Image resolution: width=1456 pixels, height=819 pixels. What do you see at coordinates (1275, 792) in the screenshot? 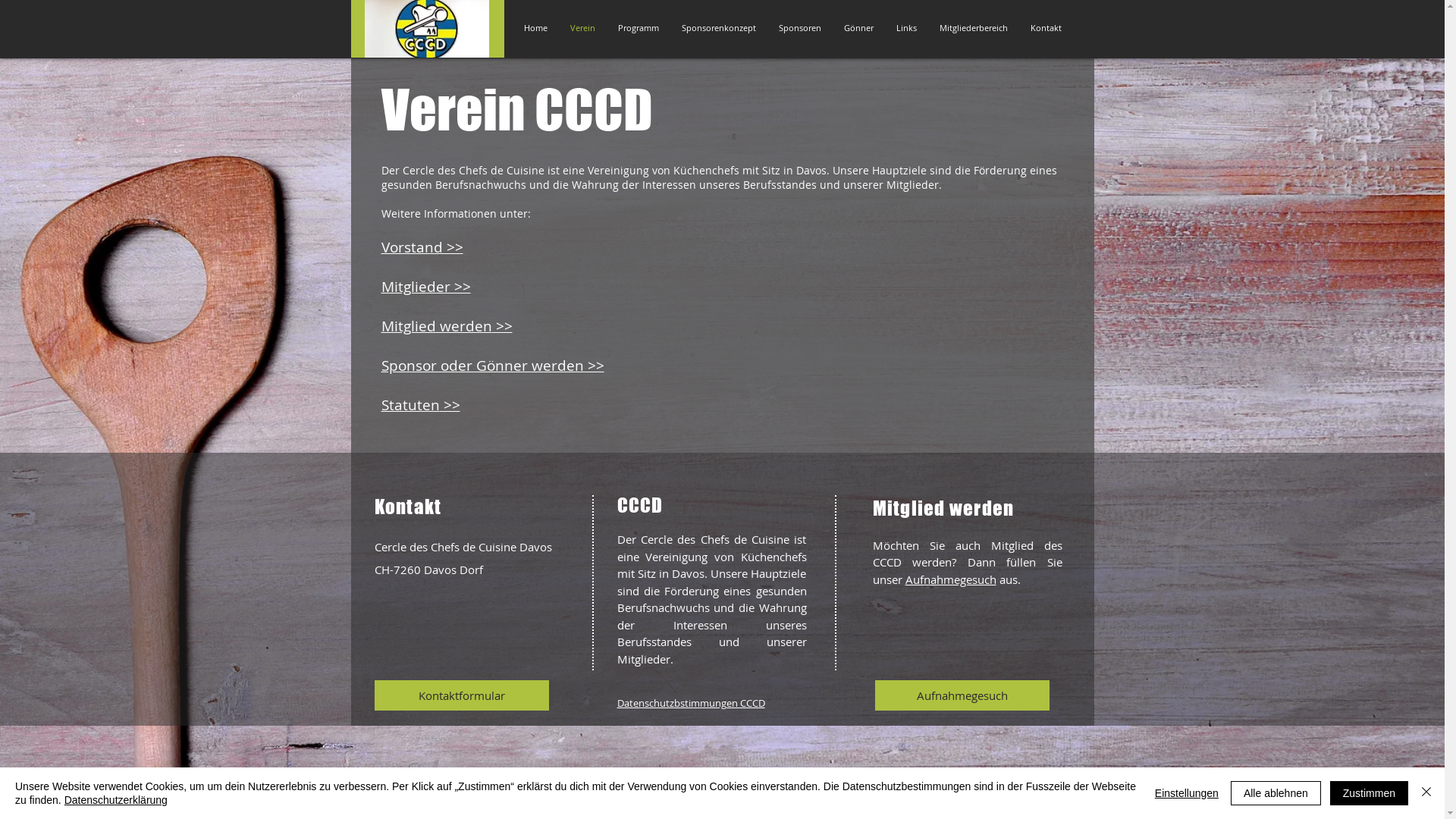
I see `'Alle ablehnen'` at bounding box center [1275, 792].